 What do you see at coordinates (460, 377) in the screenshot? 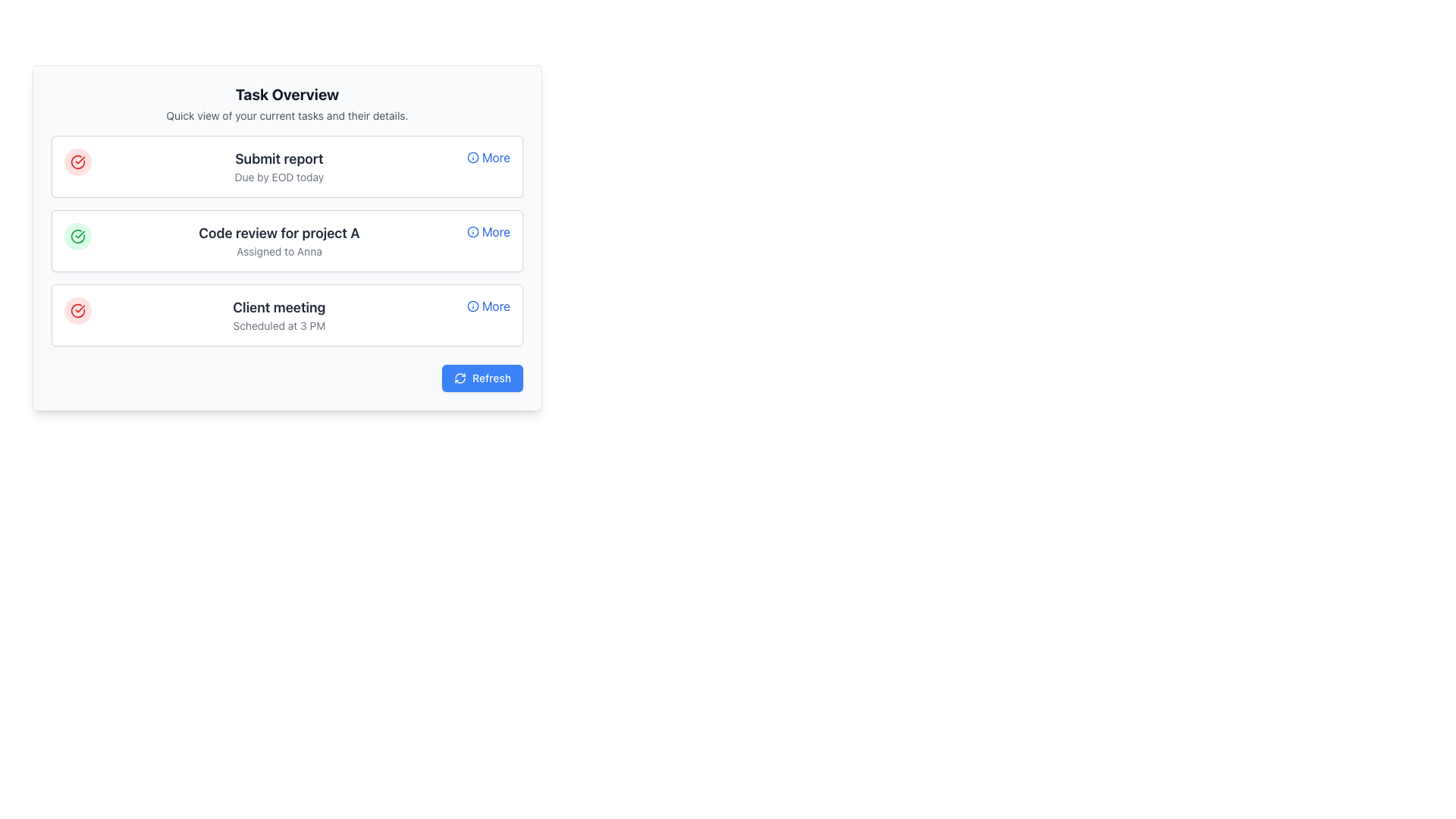
I see `the Refresh icon located in the bottom-right corner of the interface, positioned to the left of the 'Refresh' button text` at bounding box center [460, 377].